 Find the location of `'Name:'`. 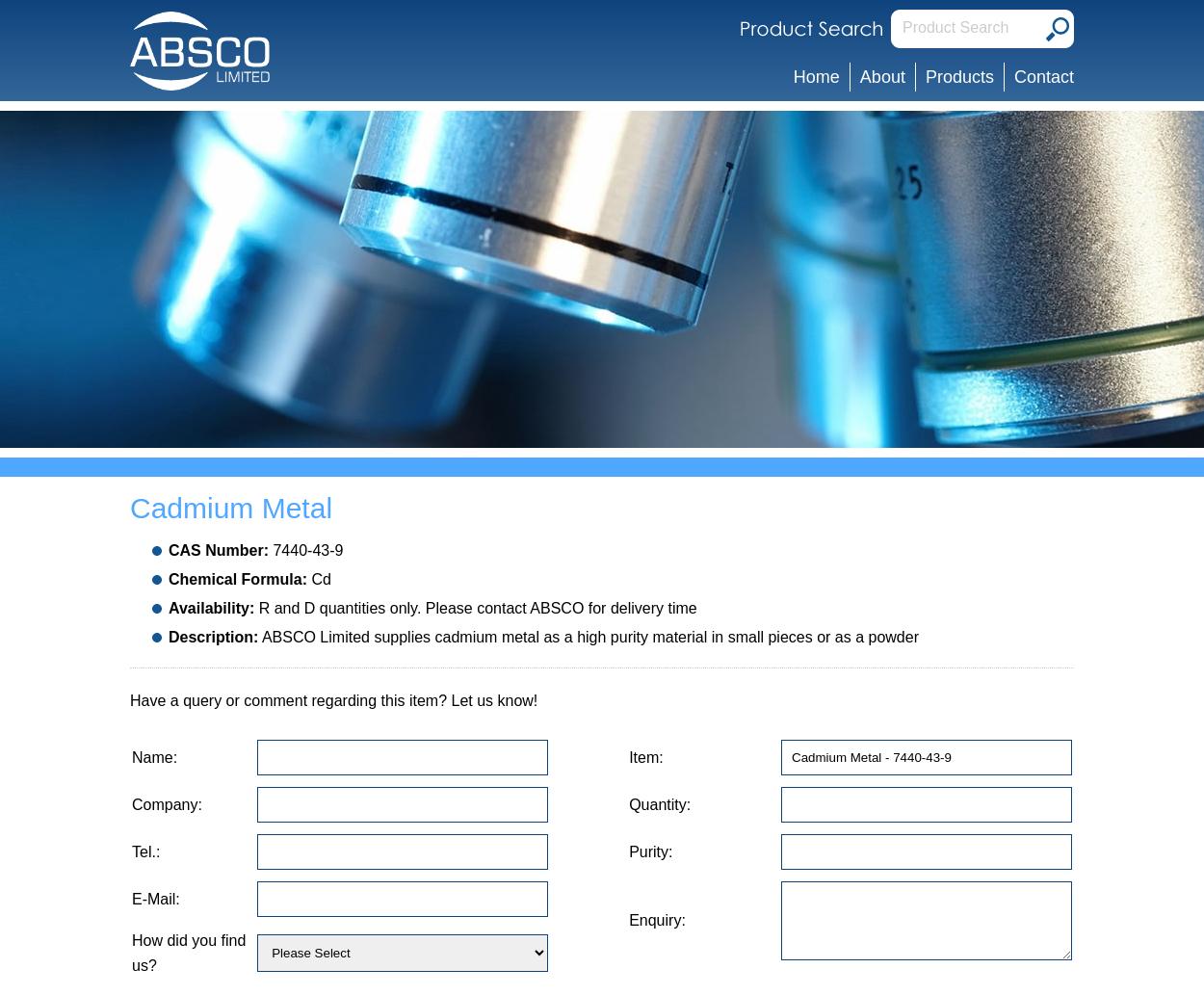

'Name:' is located at coordinates (154, 756).